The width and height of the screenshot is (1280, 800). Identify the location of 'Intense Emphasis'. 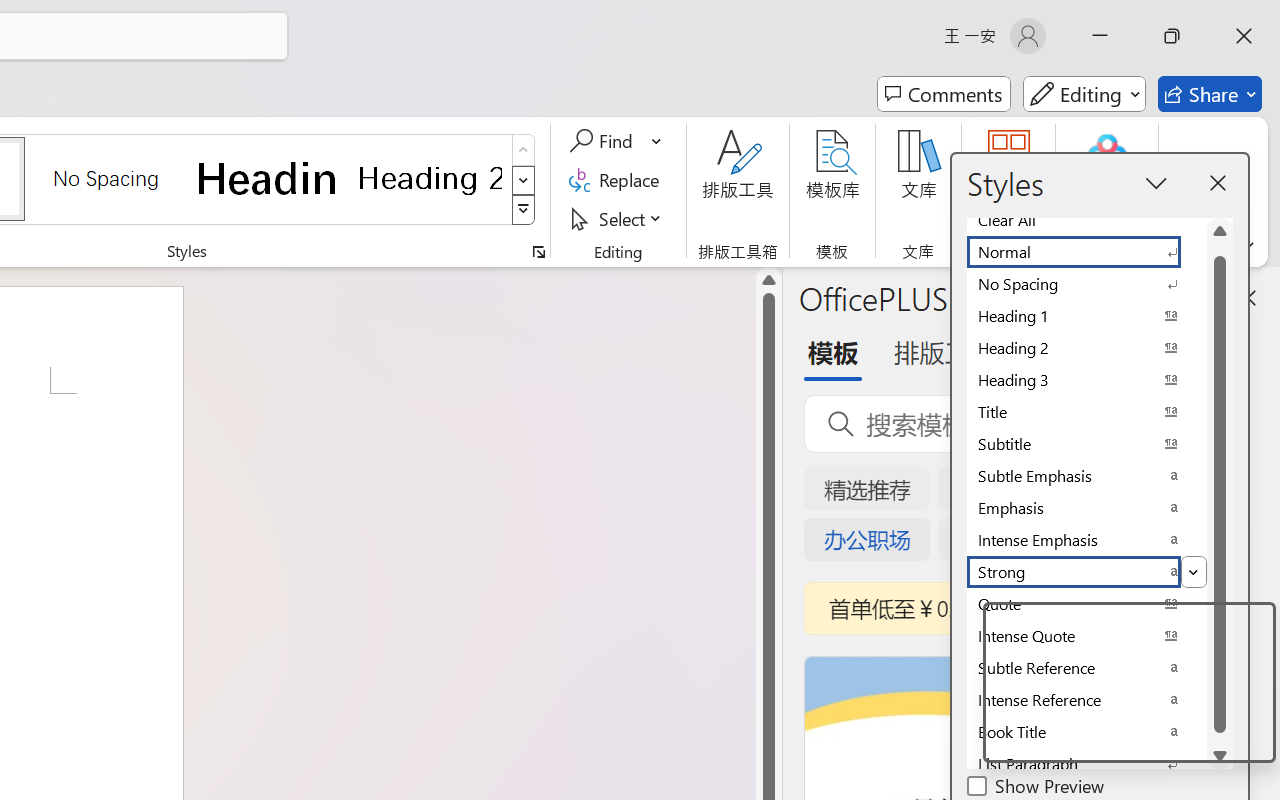
(1085, 540).